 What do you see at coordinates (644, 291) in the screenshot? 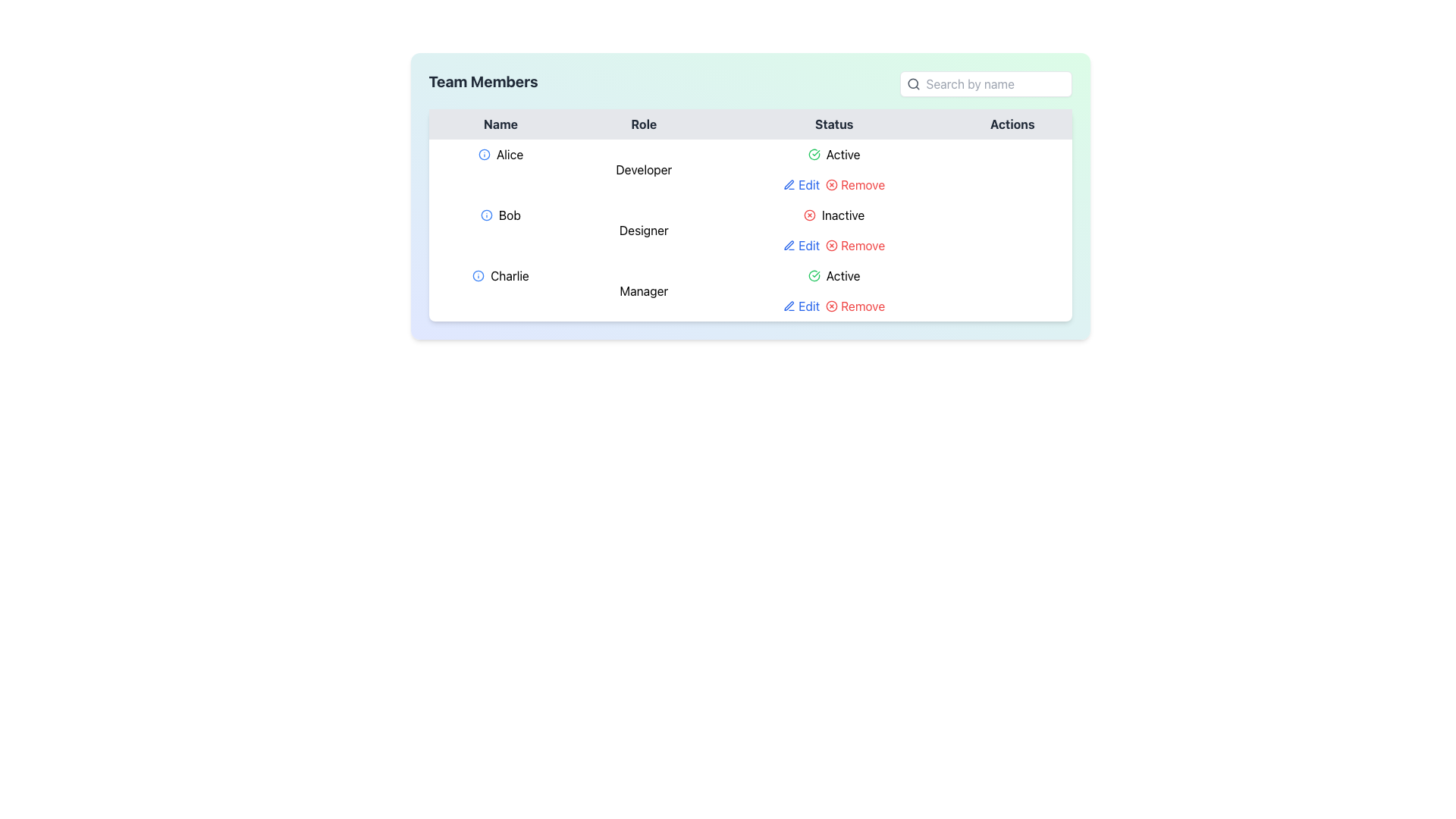
I see `the static text label displaying 'Manager' in the Role column of the table for the entry 'Charlie'` at bounding box center [644, 291].